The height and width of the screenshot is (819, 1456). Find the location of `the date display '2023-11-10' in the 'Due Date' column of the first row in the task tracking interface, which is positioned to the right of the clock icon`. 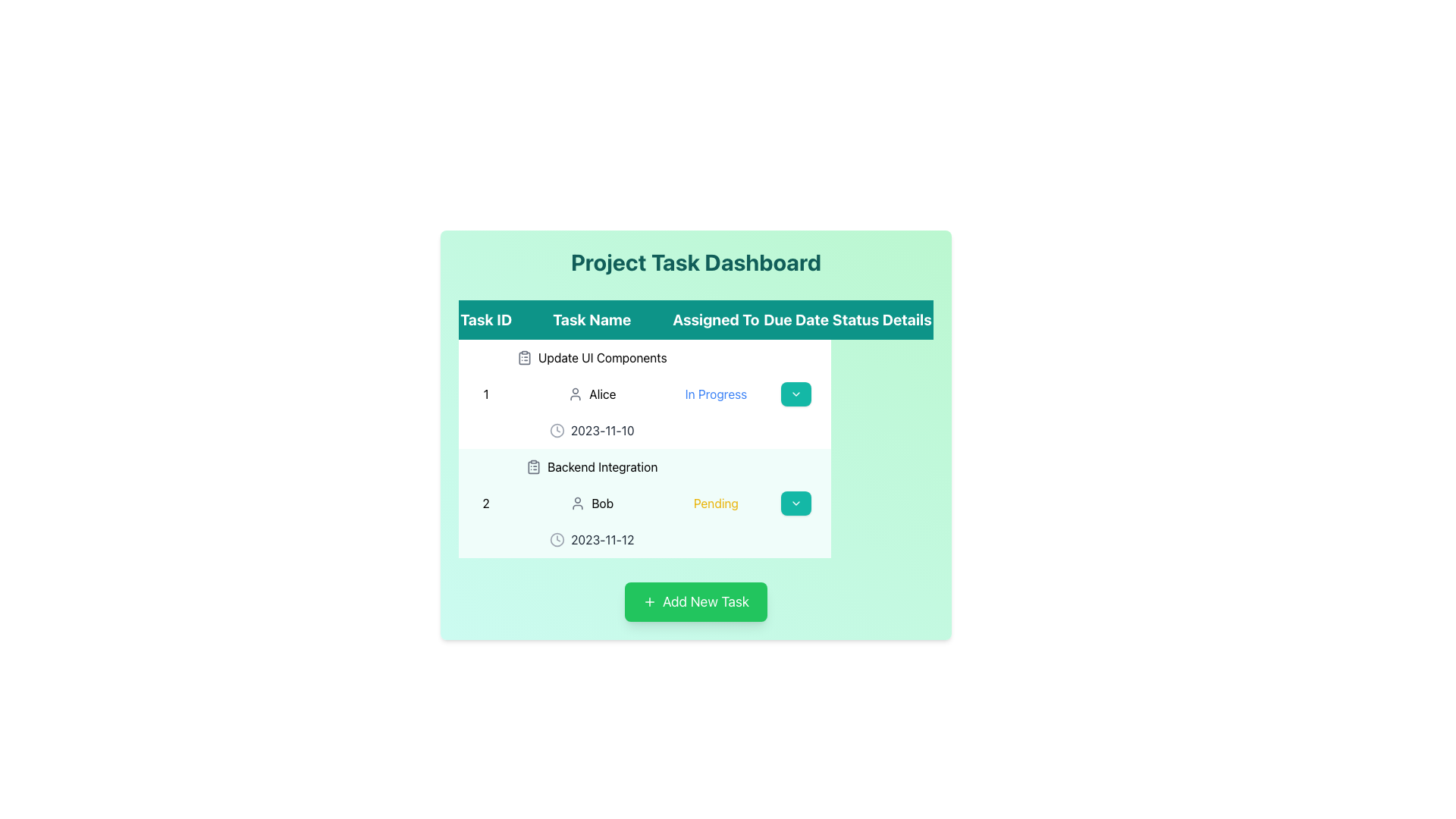

the date display '2023-11-10' in the 'Due Date' column of the first row in the task tracking interface, which is positioned to the right of the clock icon is located at coordinates (601, 430).